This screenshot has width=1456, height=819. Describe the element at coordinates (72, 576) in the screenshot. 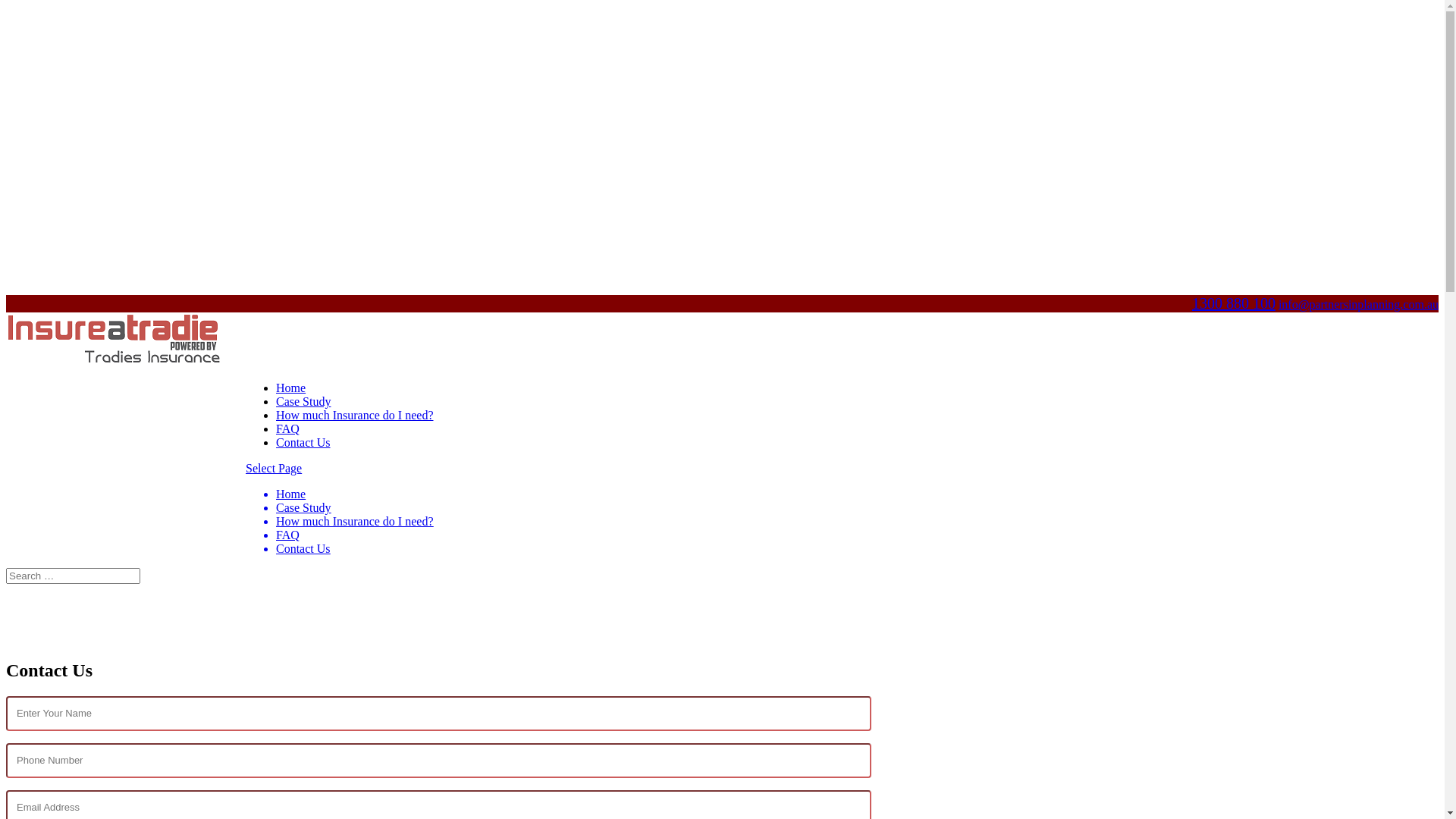

I see `'Search for:'` at that location.